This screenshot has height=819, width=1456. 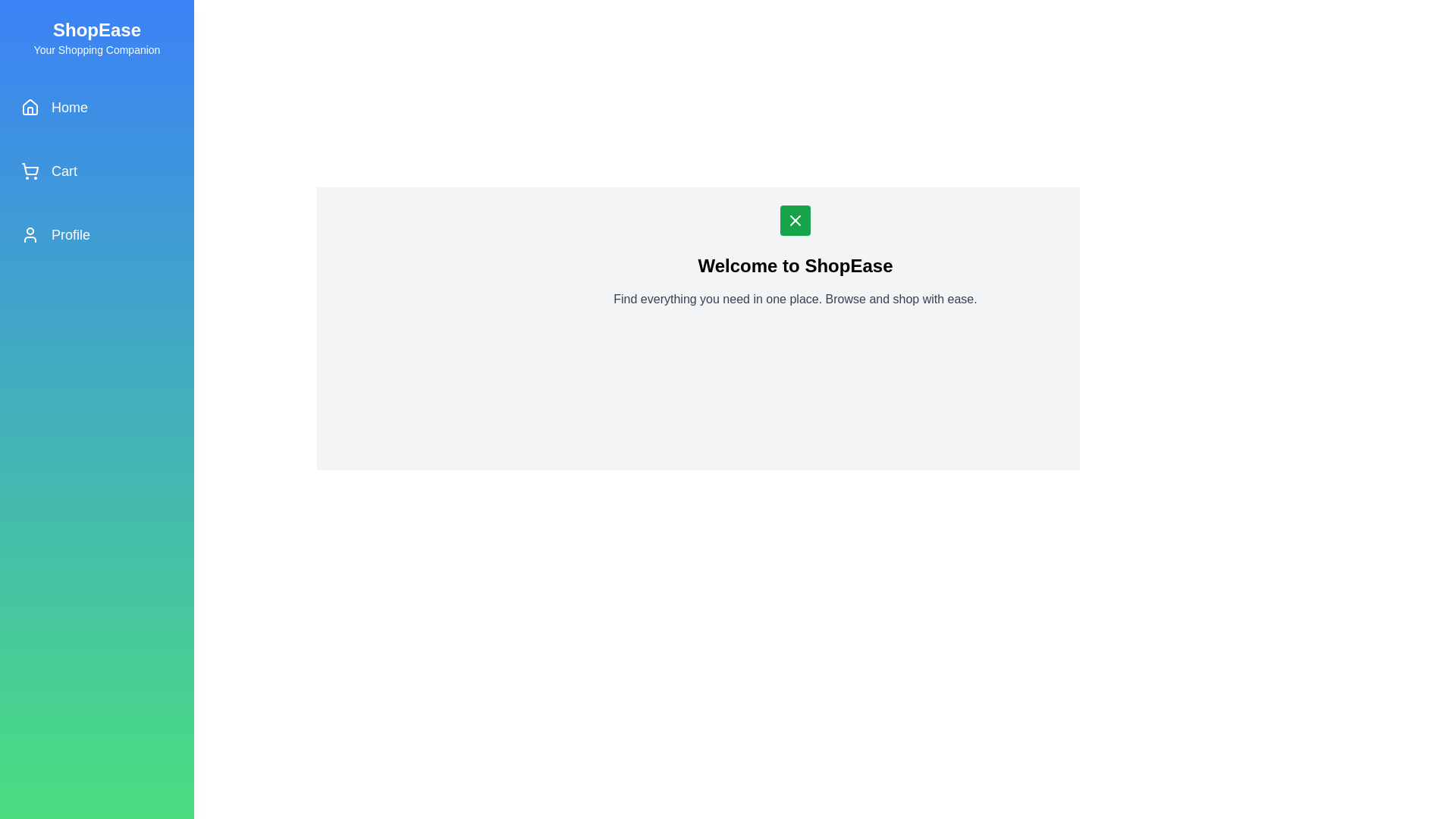 What do you see at coordinates (30, 234) in the screenshot?
I see `the 'Profile' icon located in the left vertical navigation bar` at bounding box center [30, 234].